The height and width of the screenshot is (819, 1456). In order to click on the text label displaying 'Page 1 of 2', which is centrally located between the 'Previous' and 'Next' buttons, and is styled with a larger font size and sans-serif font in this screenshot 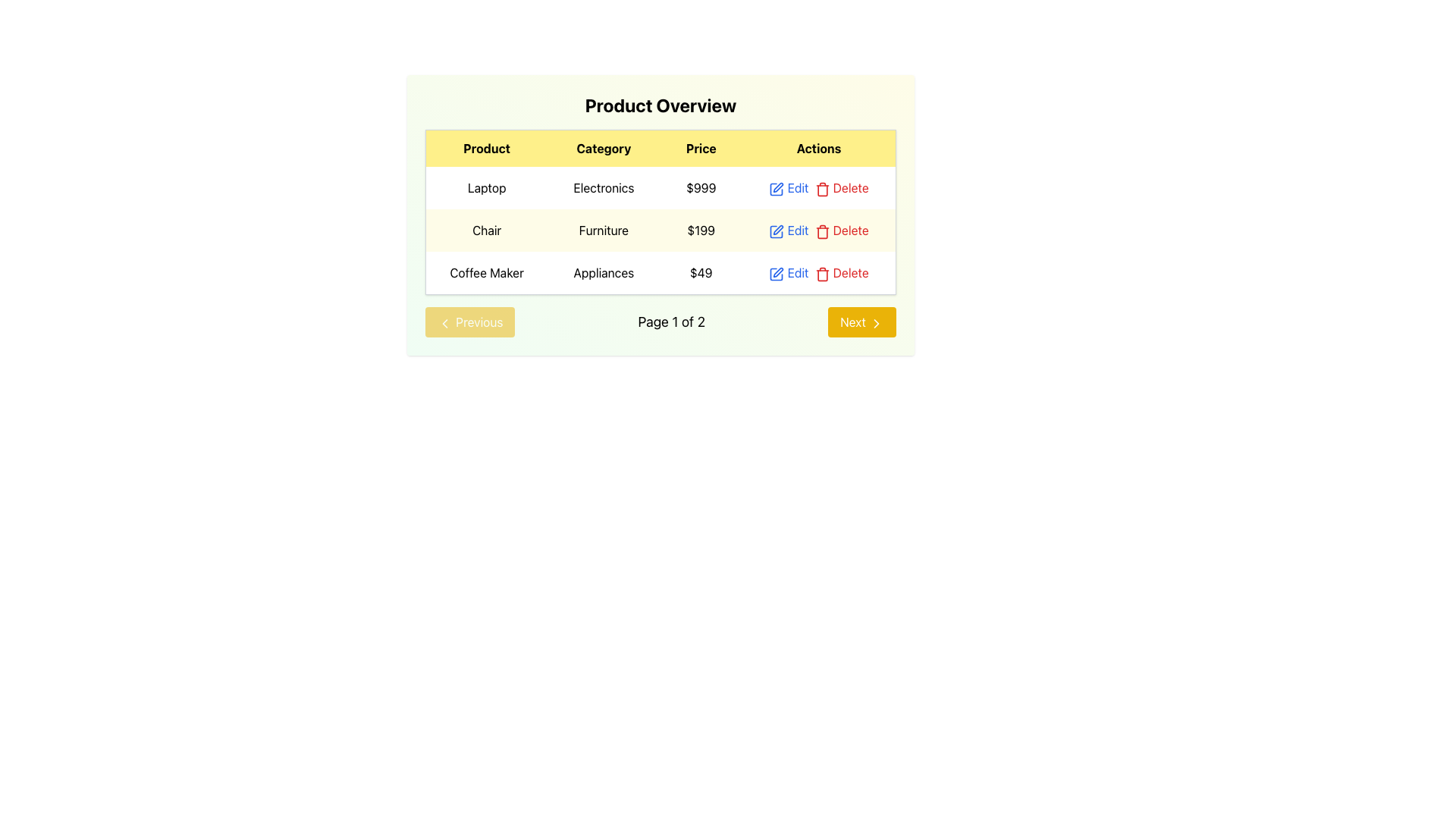, I will do `click(670, 321)`.